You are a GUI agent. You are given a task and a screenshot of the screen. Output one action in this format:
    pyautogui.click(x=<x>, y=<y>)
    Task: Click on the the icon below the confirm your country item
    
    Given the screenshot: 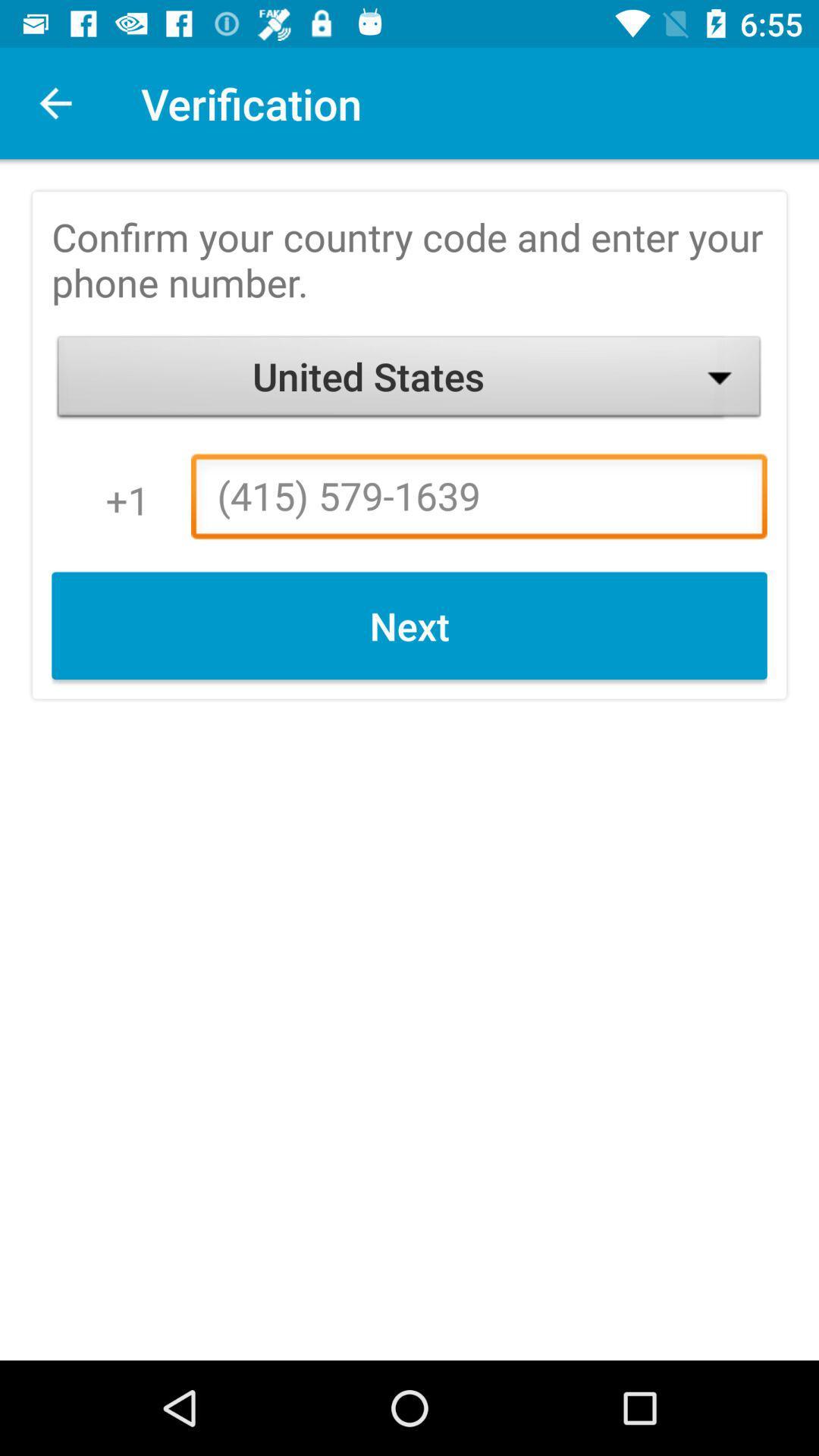 What is the action you would take?
    pyautogui.click(x=409, y=380)
    